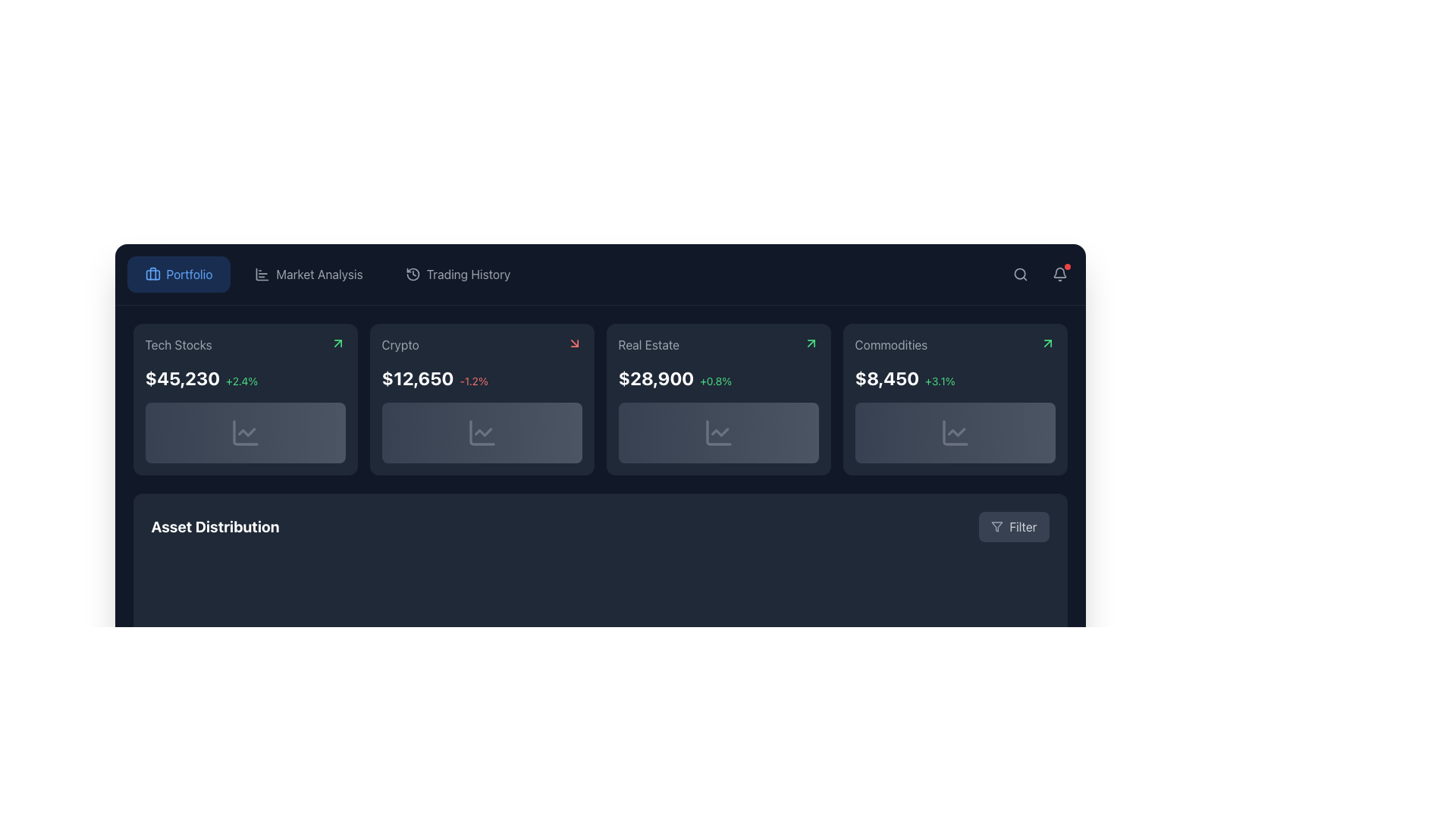  What do you see at coordinates (954, 432) in the screenshot?
I see `icon representing activity or trends on the 'Commodities' card, which is the fourth card in the row, located centrally within the card, slightly above its bottom edge` at bounding box center [954, 432].